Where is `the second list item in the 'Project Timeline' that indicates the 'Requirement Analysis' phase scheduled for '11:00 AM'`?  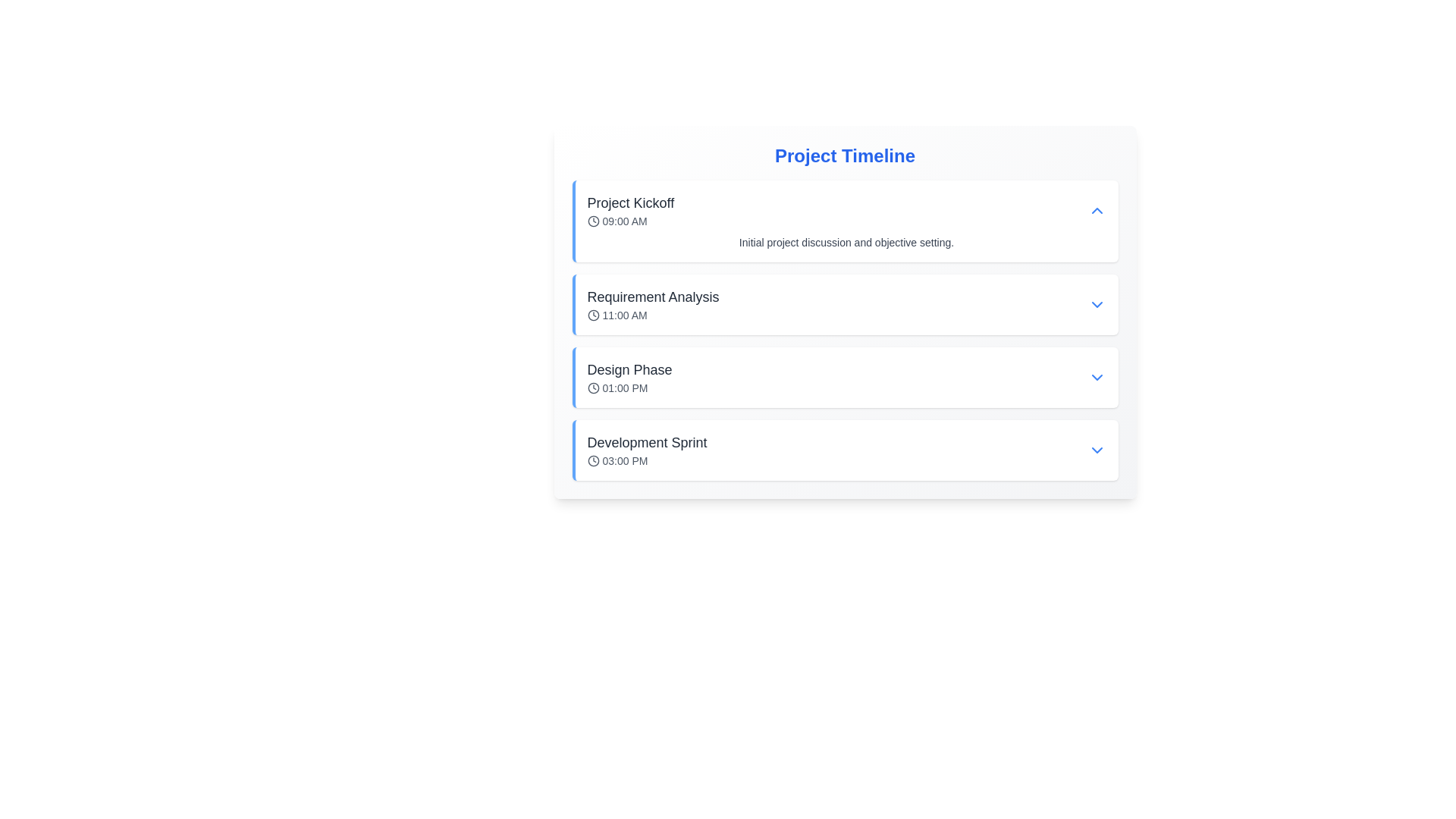 the second list item in the 'Project Timeline' that indicates the 'Requirement Analysis' phase scheduled for '11:00 AM' is located at coordinates (844, 329).